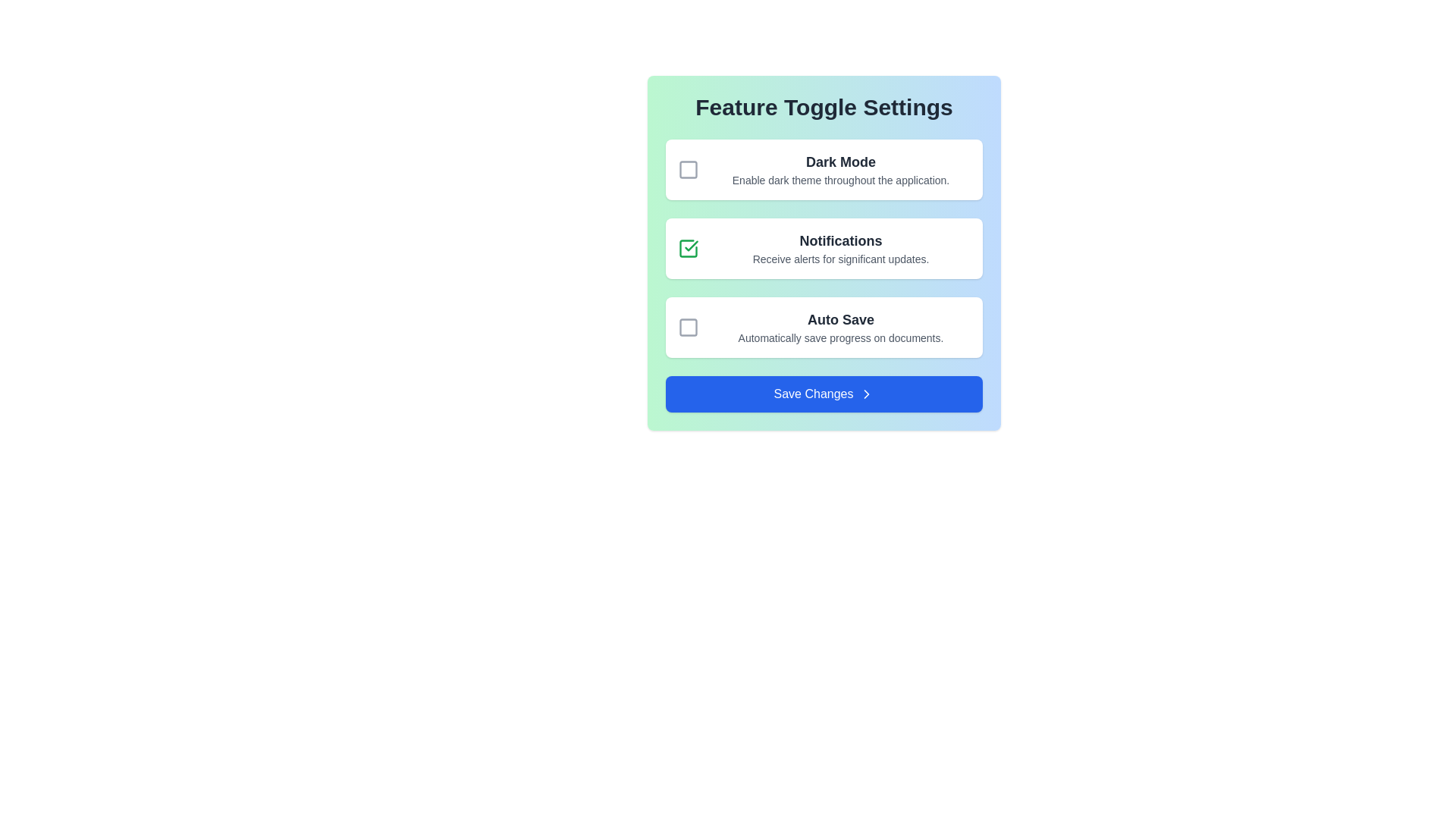 The height and width of the screenshot is (819, 1456). What do you see at coordinates (839, 337) in the screenshot?
I see `the text label that reads 'Automatically save progress on documents.' located below the 'Auto Save' title in the settings panel` at bounding box center [839, 337].